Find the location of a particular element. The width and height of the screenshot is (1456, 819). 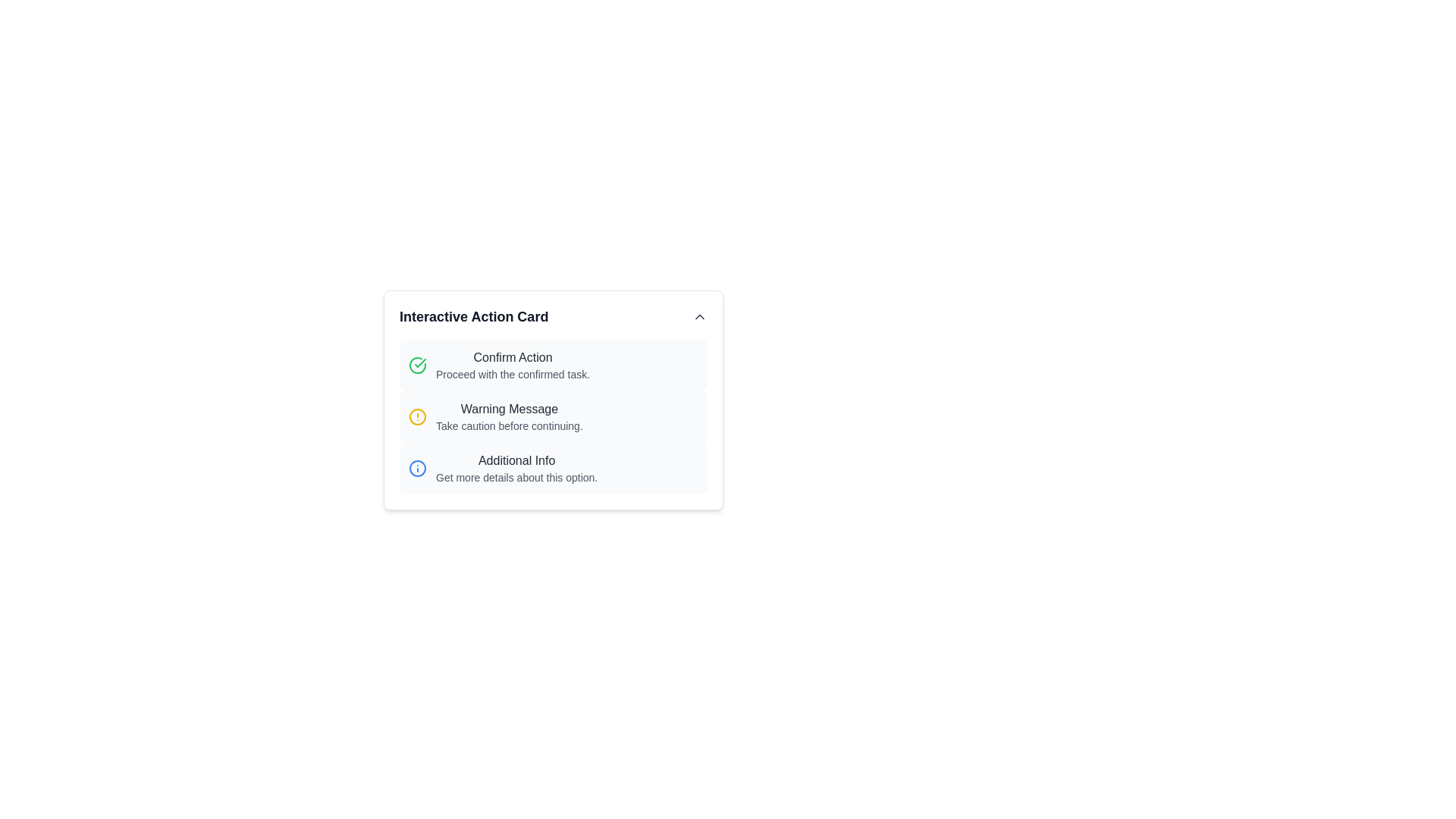

the 'Confirm Action' text label, which is styled in dark gray on a light background and positioned at the top of an informational card is located at coordinates (513, 357).